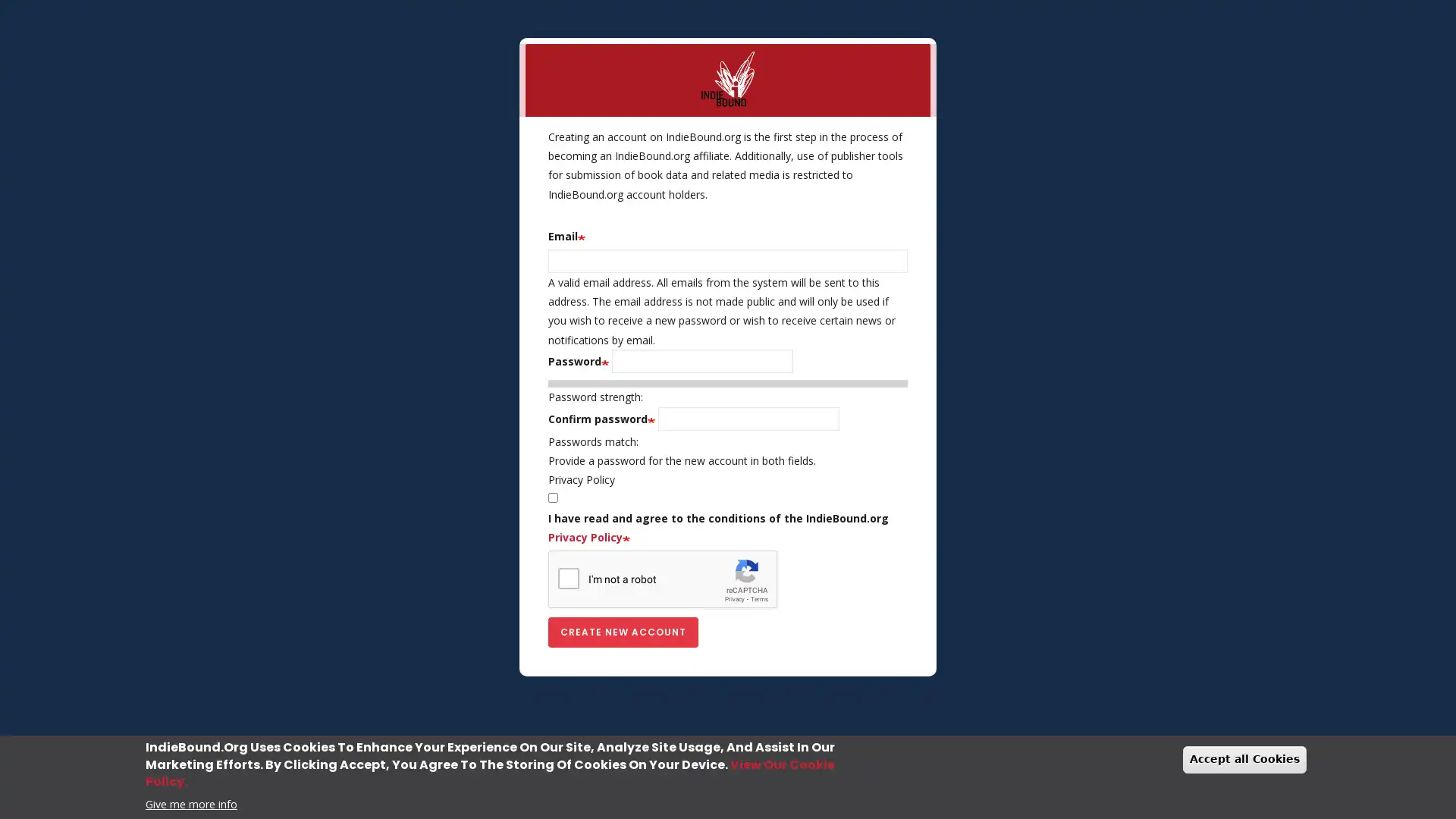 The width and height of the screenshot is (1456, 819). I want to click on Create new account, so click(623, 632).